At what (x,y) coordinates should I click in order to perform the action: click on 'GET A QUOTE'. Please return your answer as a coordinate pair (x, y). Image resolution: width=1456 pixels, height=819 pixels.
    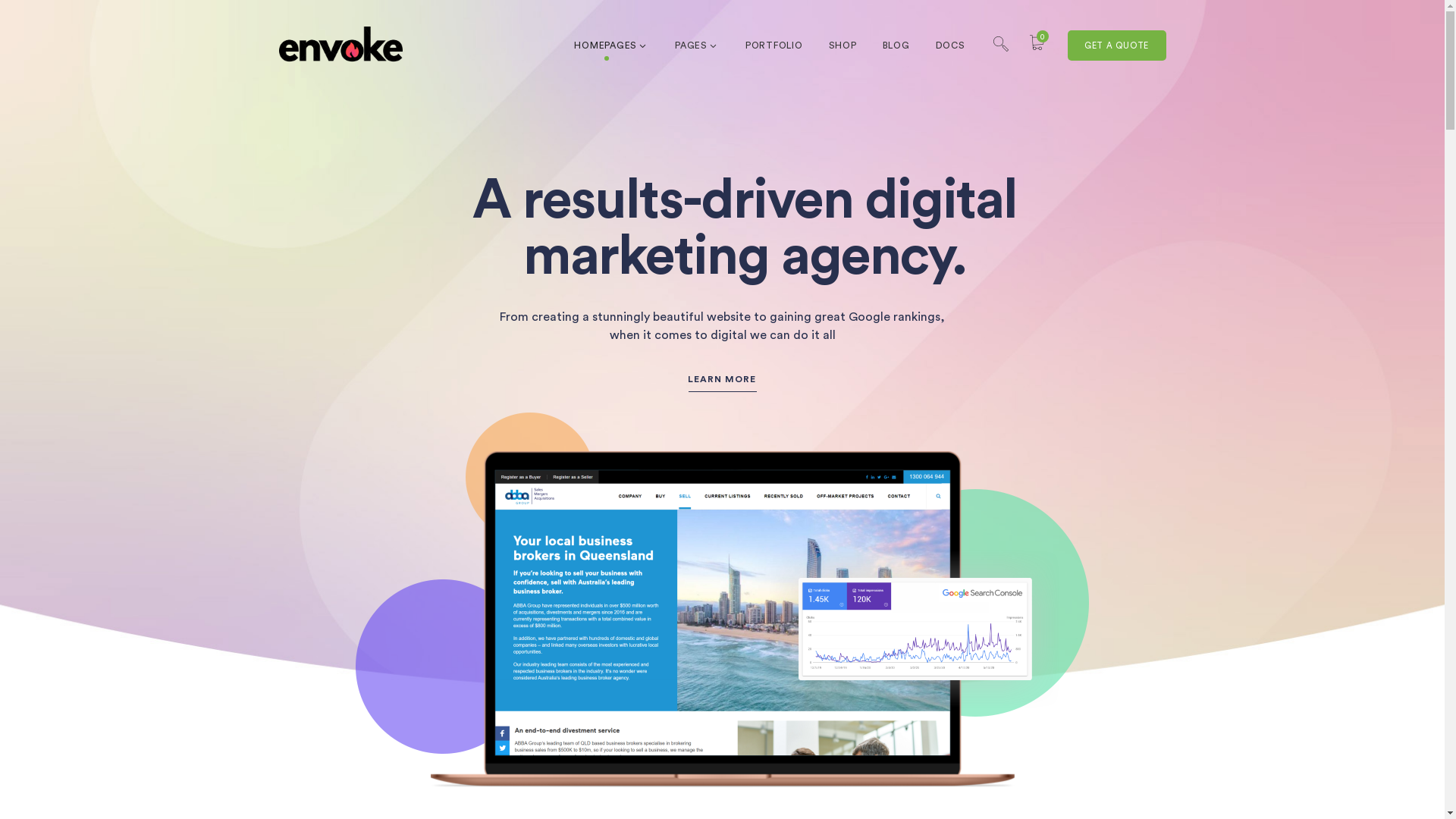
    Looking at the image, I should click on (1117, 45).